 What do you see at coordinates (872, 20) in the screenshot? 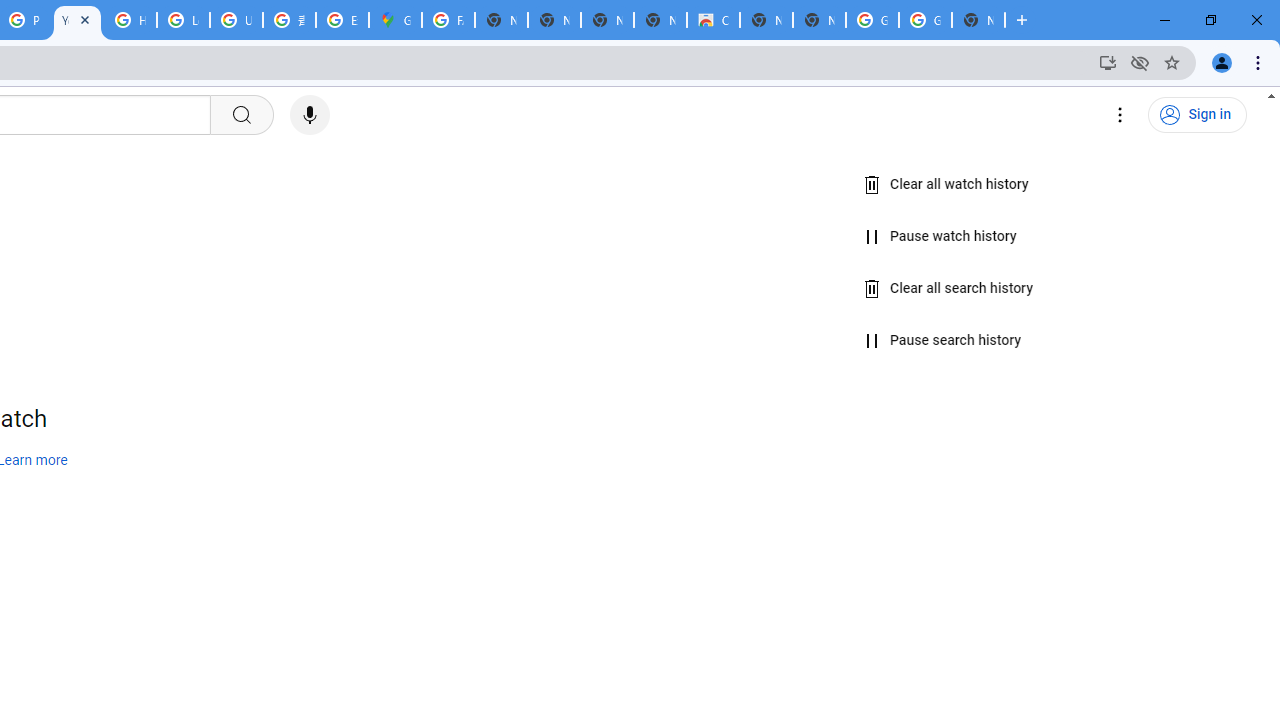
I see `'Google Images'` at bounding box center [872, 20].